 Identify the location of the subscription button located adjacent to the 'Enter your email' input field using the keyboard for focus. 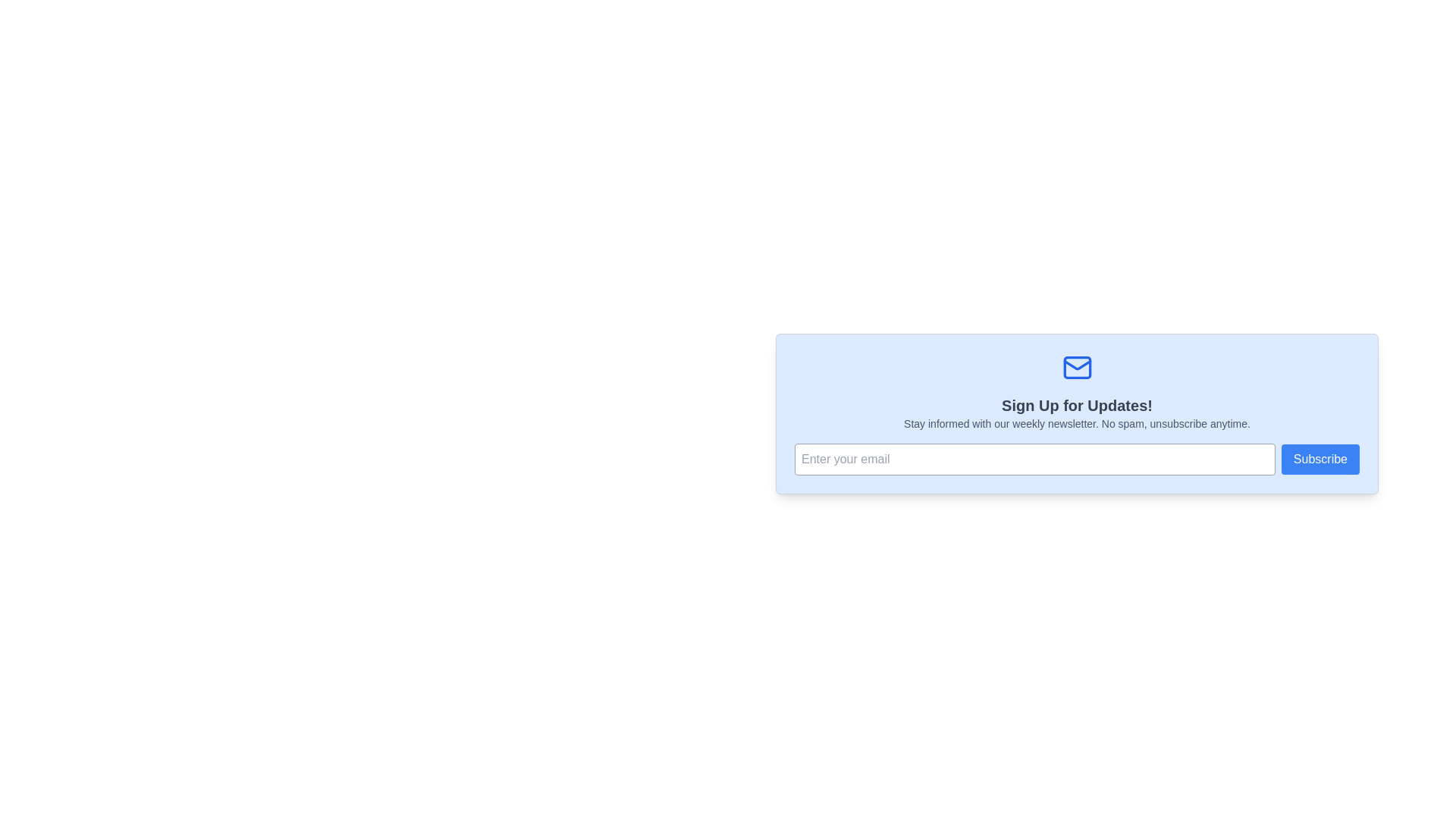
(1319, 458).